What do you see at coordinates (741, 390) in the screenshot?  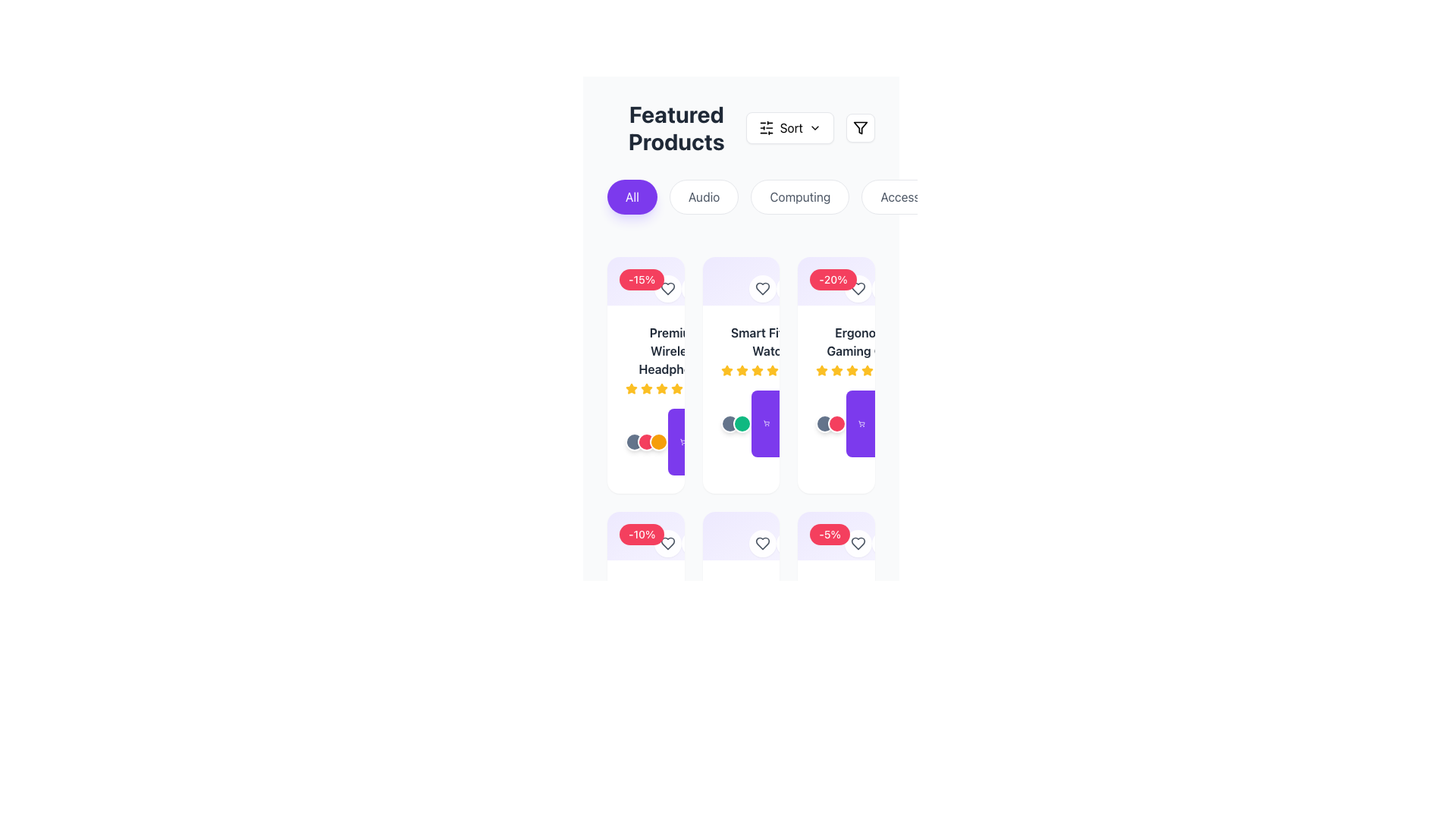 I see `the 'Smart Fitness Watch' Product Card` at bounding box center [741, 390].